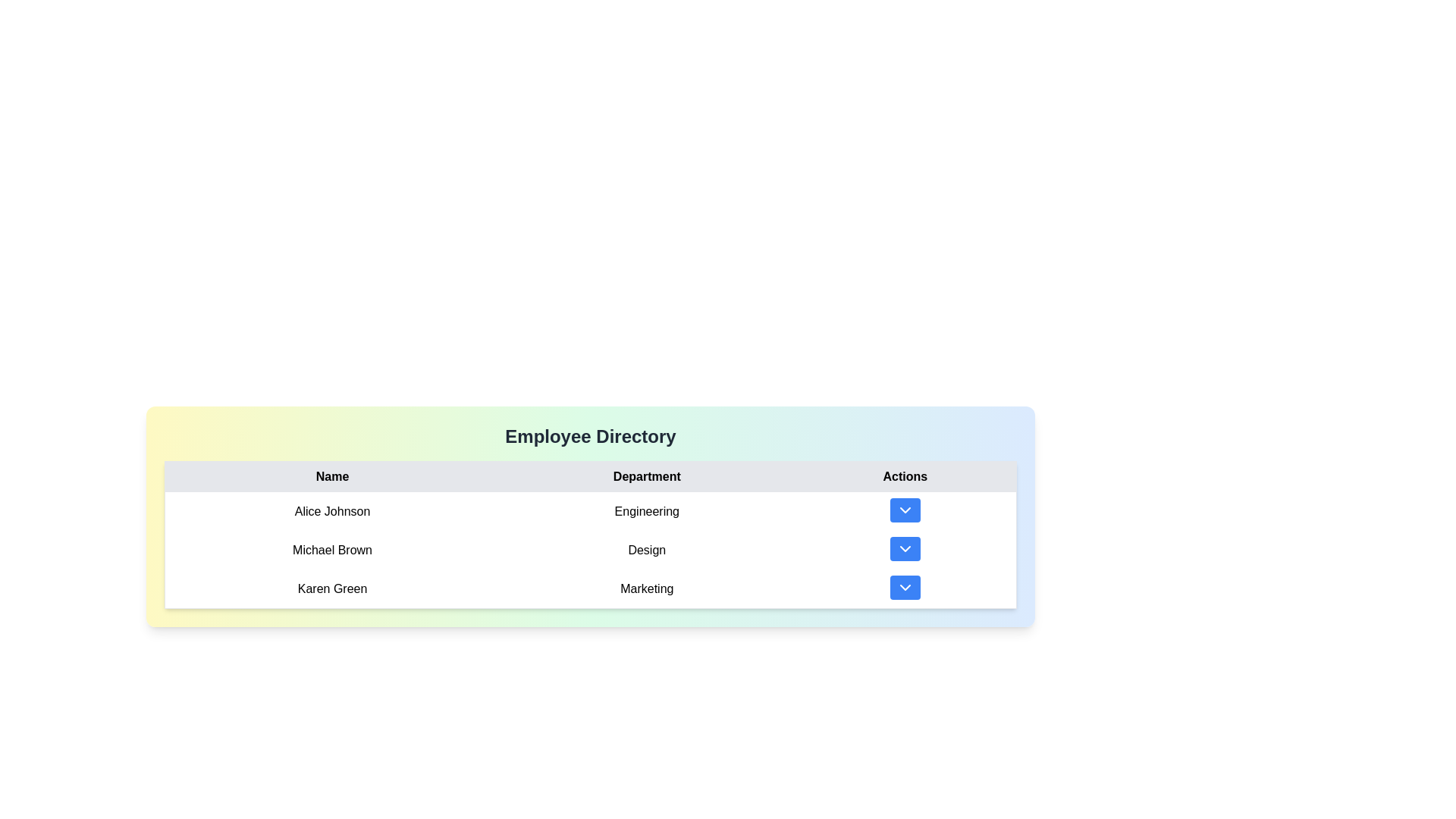 The image size is (1456, 819). What do you see at coordinates (331, 588) in the screenshot?
I see `the text display element showing 'Karen Green'` at bounding box center [331, 588].